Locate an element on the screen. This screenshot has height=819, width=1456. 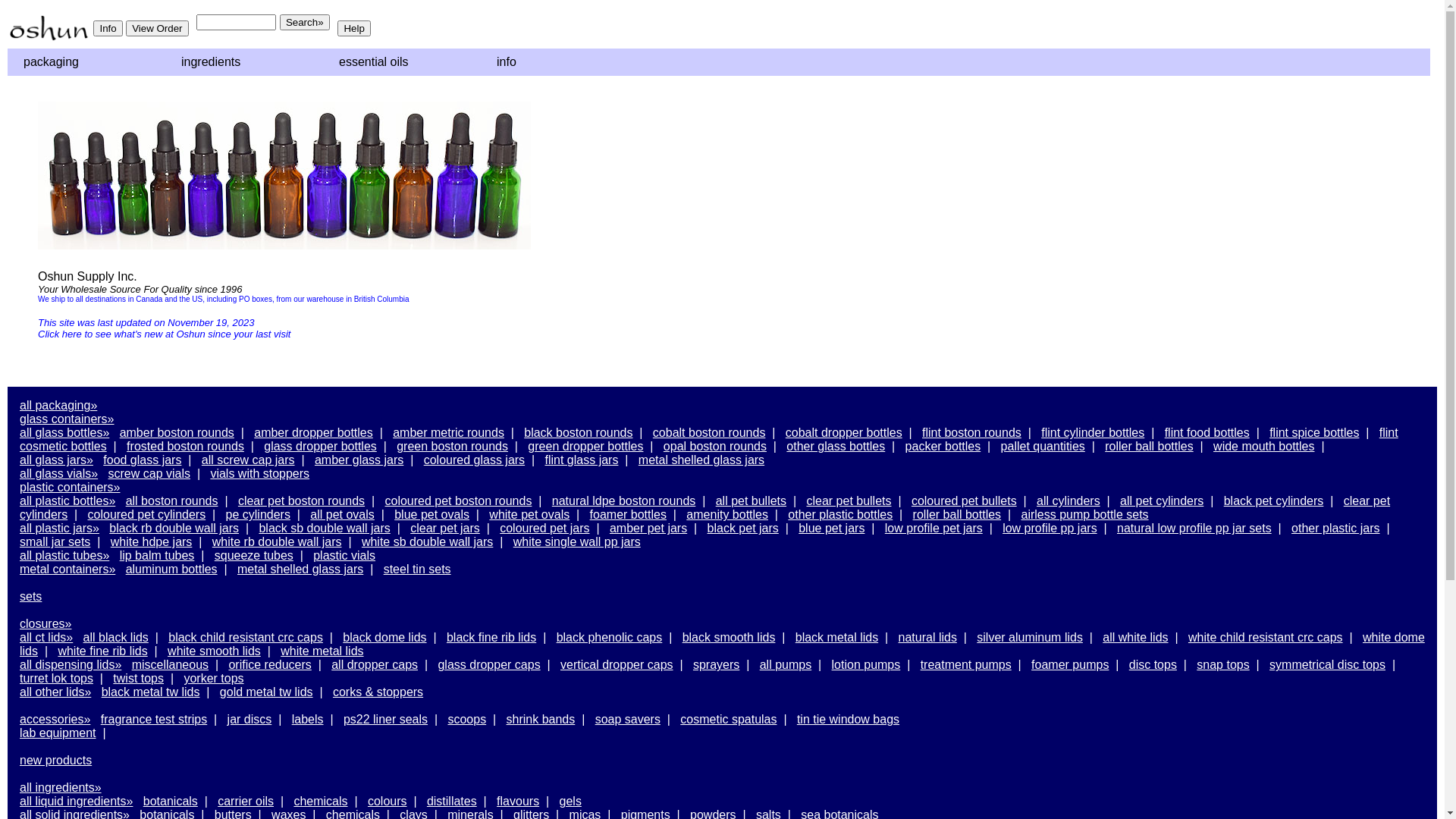
'cosmetic spatulas' is located at coordinates (728, 718).